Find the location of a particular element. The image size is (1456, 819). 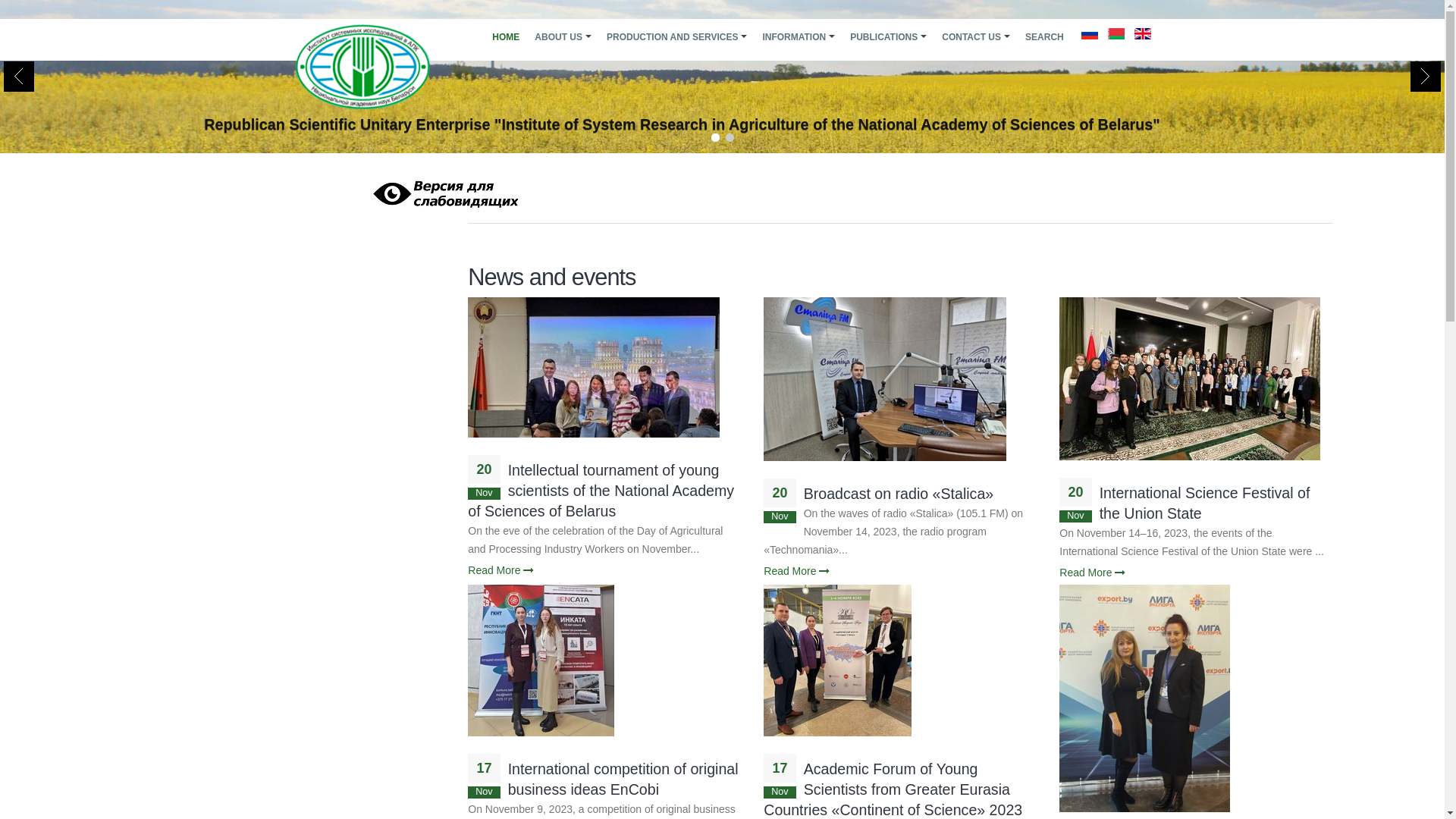

'CONTACT US' is located at coordinates (934, 36).